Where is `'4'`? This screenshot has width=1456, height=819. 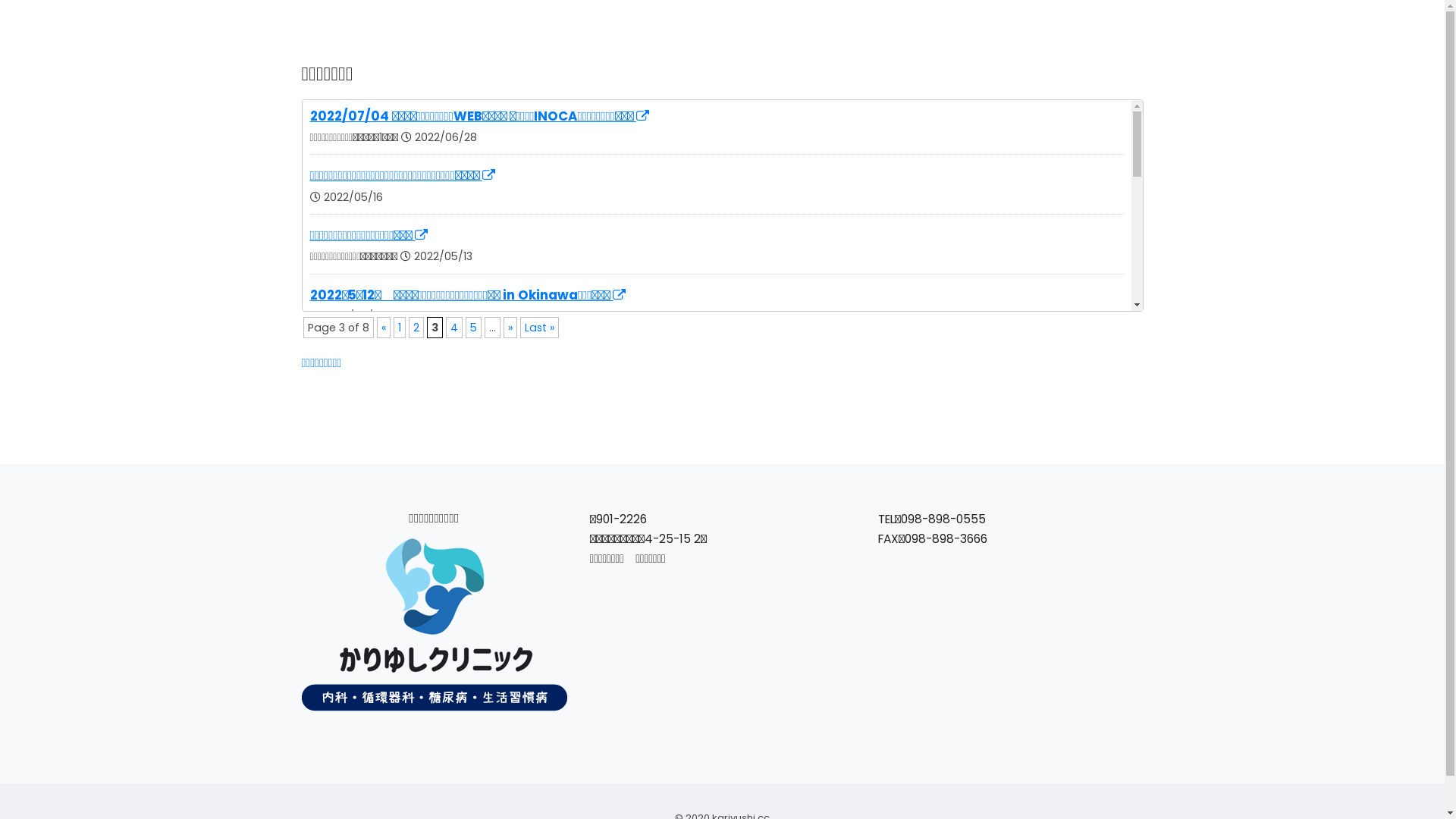
'4' is located at coordinates (445, 327).